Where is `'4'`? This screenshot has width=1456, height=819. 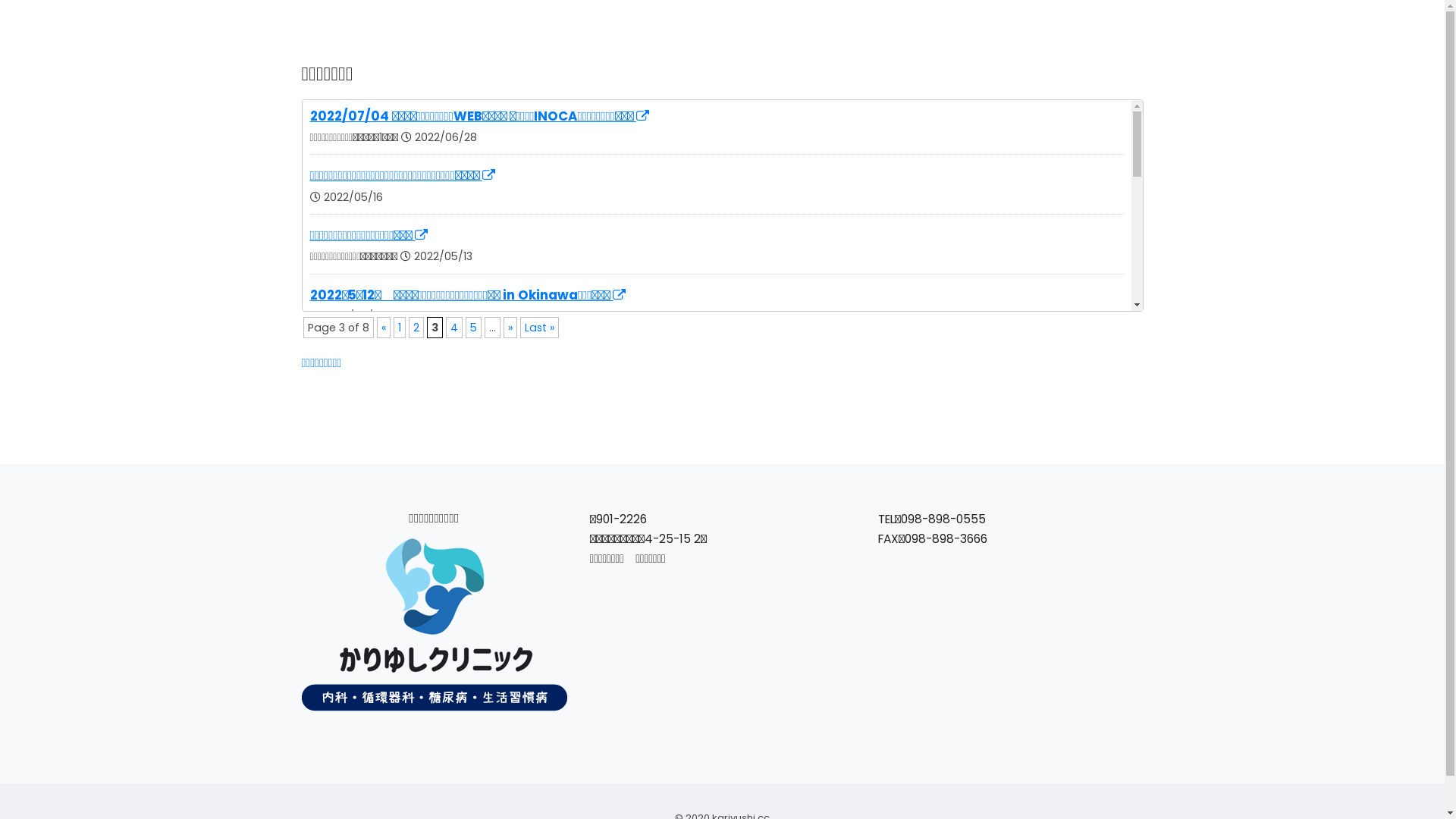
'4' is located at coordinates (445, 327).